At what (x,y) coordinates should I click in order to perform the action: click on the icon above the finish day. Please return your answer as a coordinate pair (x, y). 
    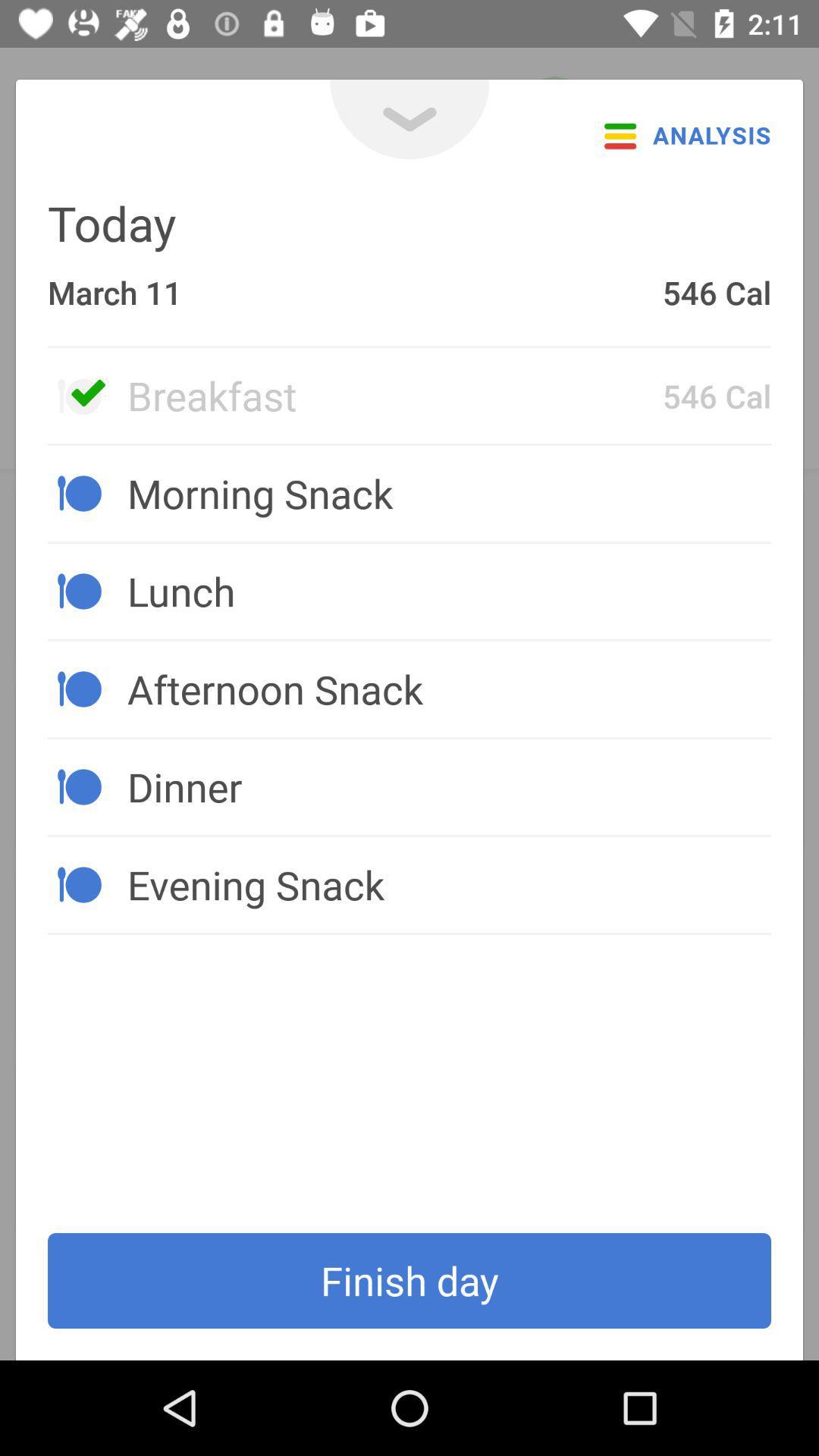
    Looking at the image, I should click on (448, 884).